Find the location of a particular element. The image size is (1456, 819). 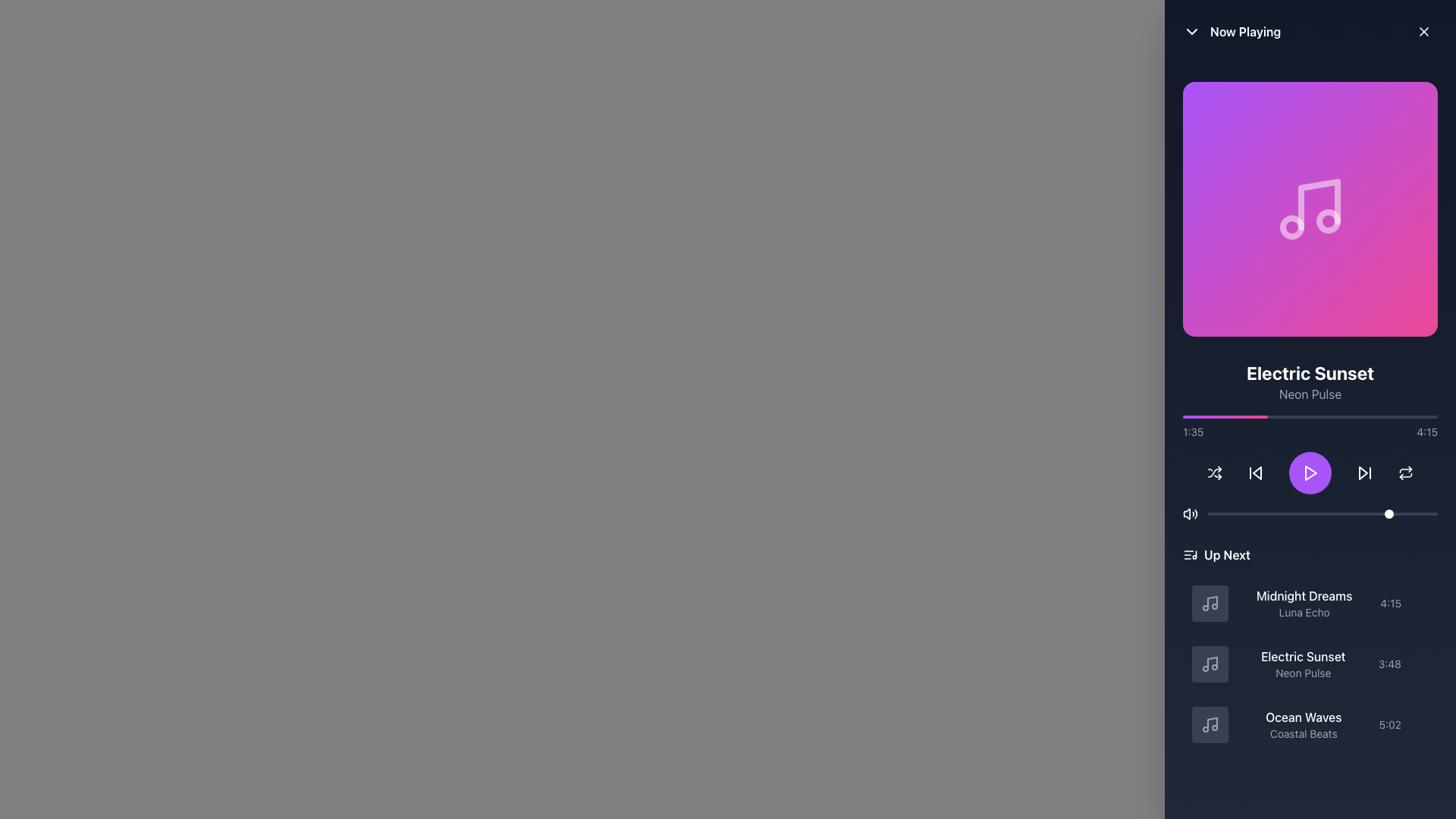

the square icon with a dark gray background featuring a centered musical note symbol, located at the leftmost position in the second row of the 'Up Next' section, aligned with the text 'Electric Sunset' is located at coordinates (1210, 663).